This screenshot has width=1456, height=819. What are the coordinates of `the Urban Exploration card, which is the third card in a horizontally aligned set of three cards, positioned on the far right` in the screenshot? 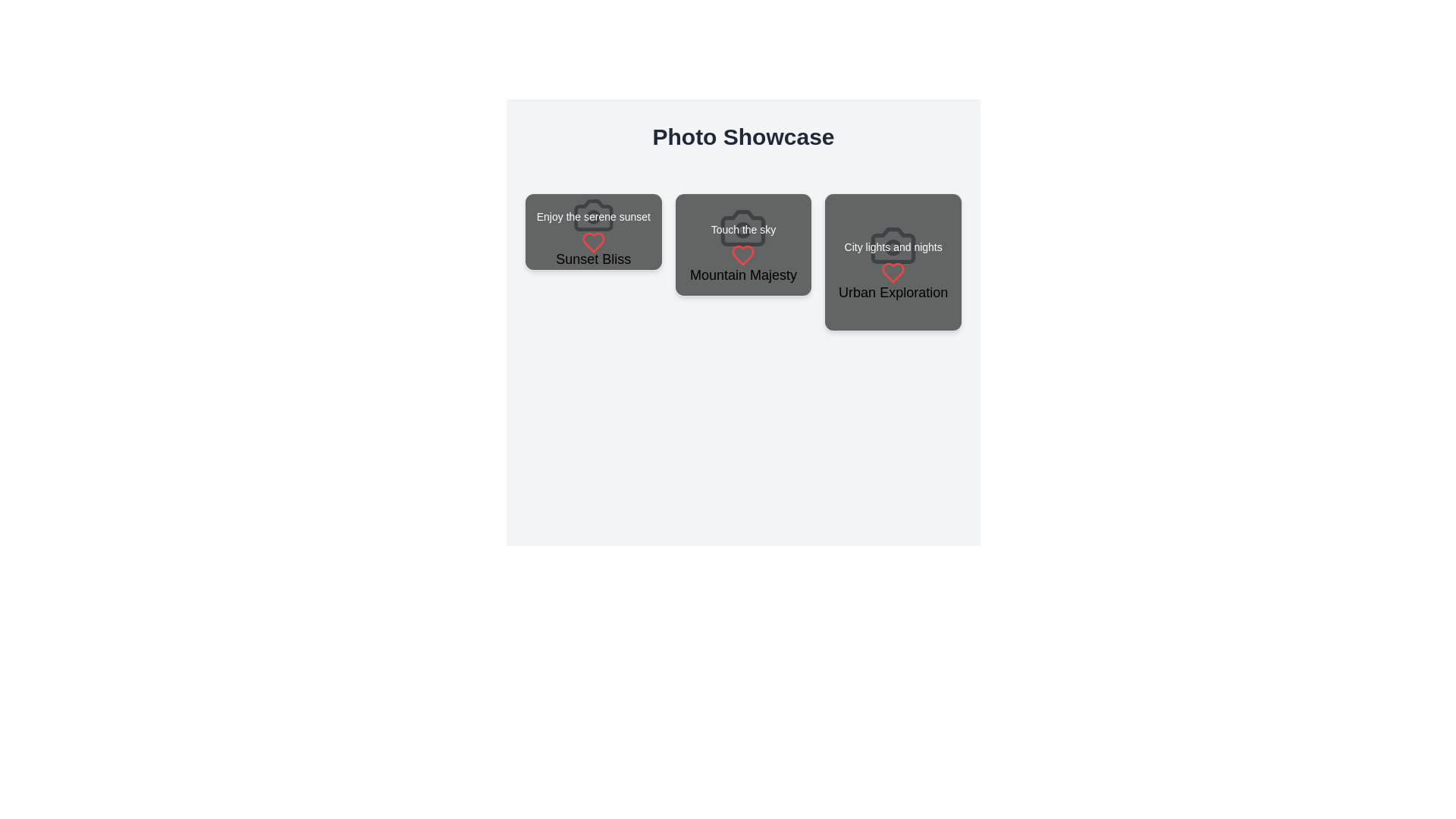 It's located at (893, 261).